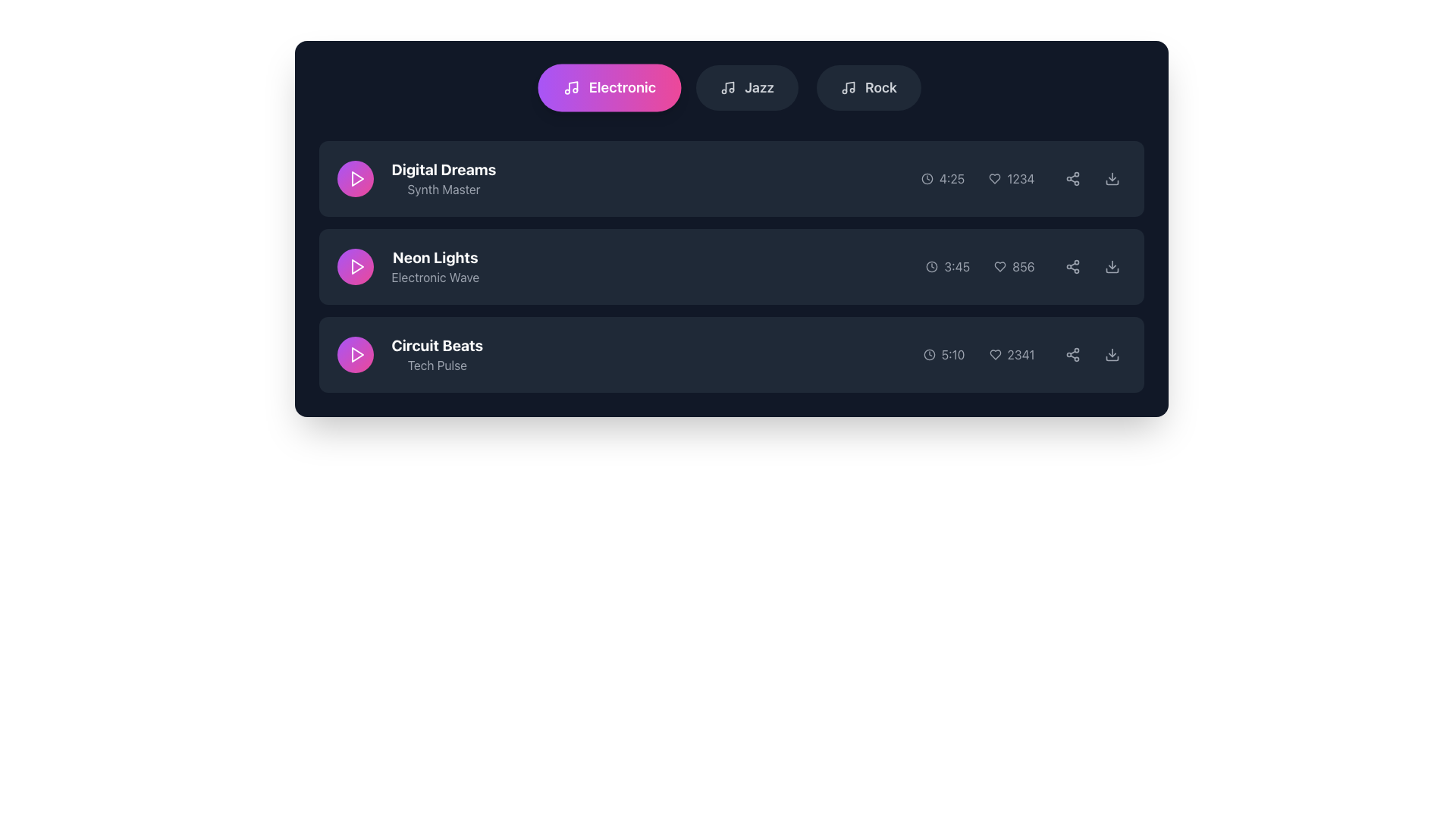 This screenshot has height=819, width=1456. I want to click on the download icon button, which is a round gray button with a downward-facing arrow, located at the far-right end of the first track in the playlist interface, so click(1112, 177).